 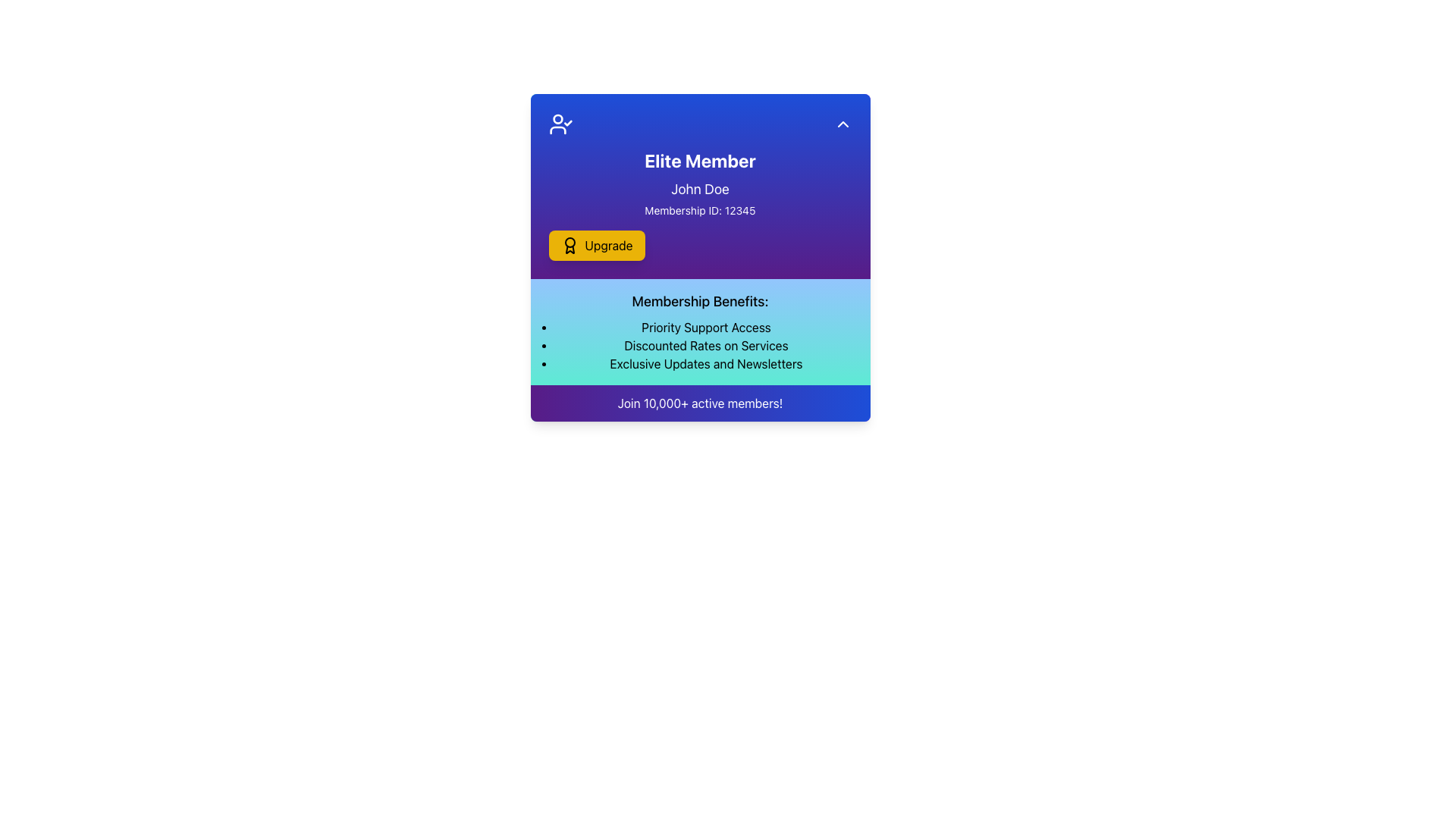 I want to click on the 'Membership Benefits:' text label, which is styled in a larger font size and bold weight, located on a gradient background transitioning from blue to teal, positioned near the bottom part of a card-like UI component, so click(x=699, y=301).